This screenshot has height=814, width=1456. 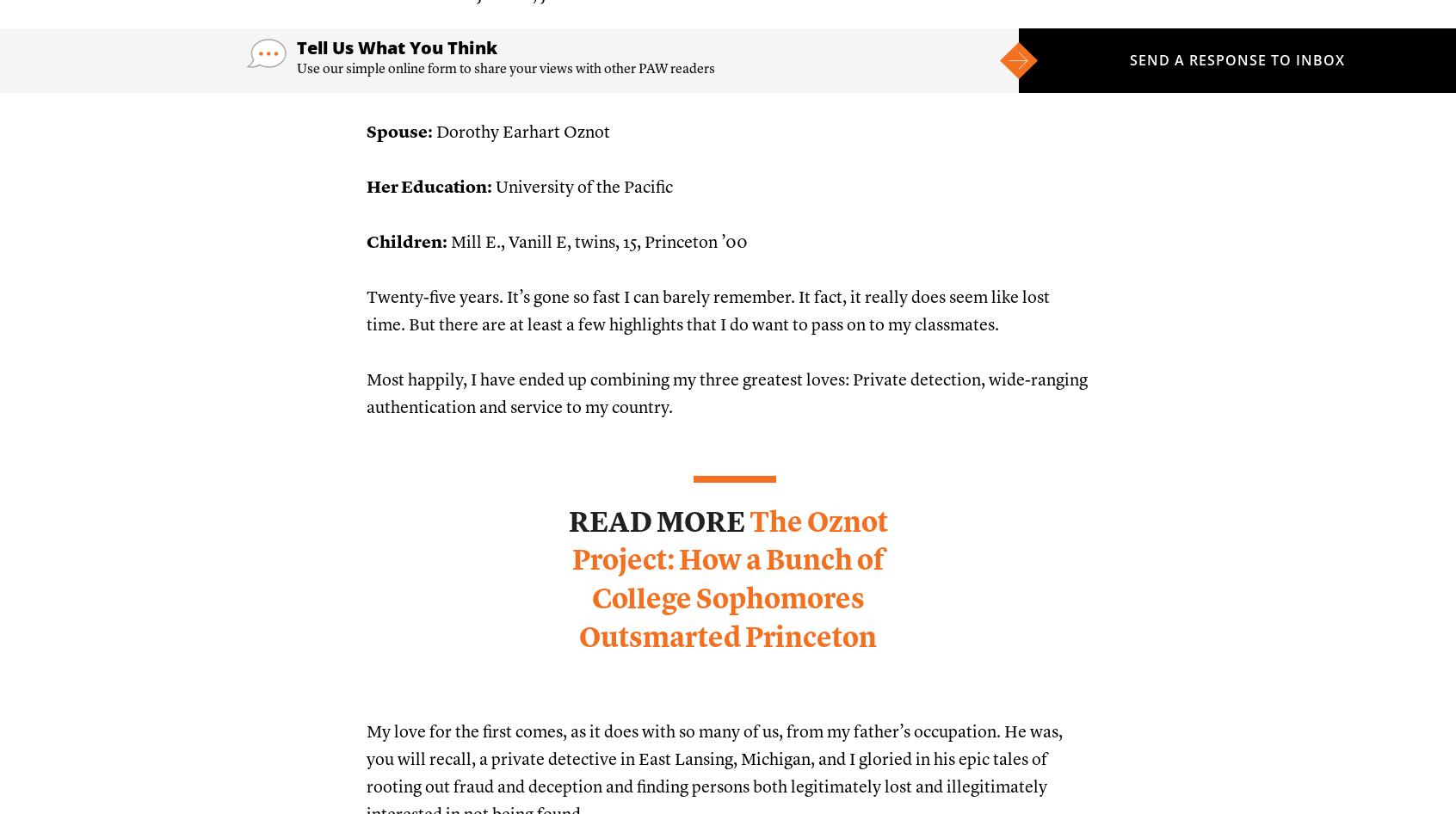 I want to click on 'Spouse:', so click(x=398, y=132).